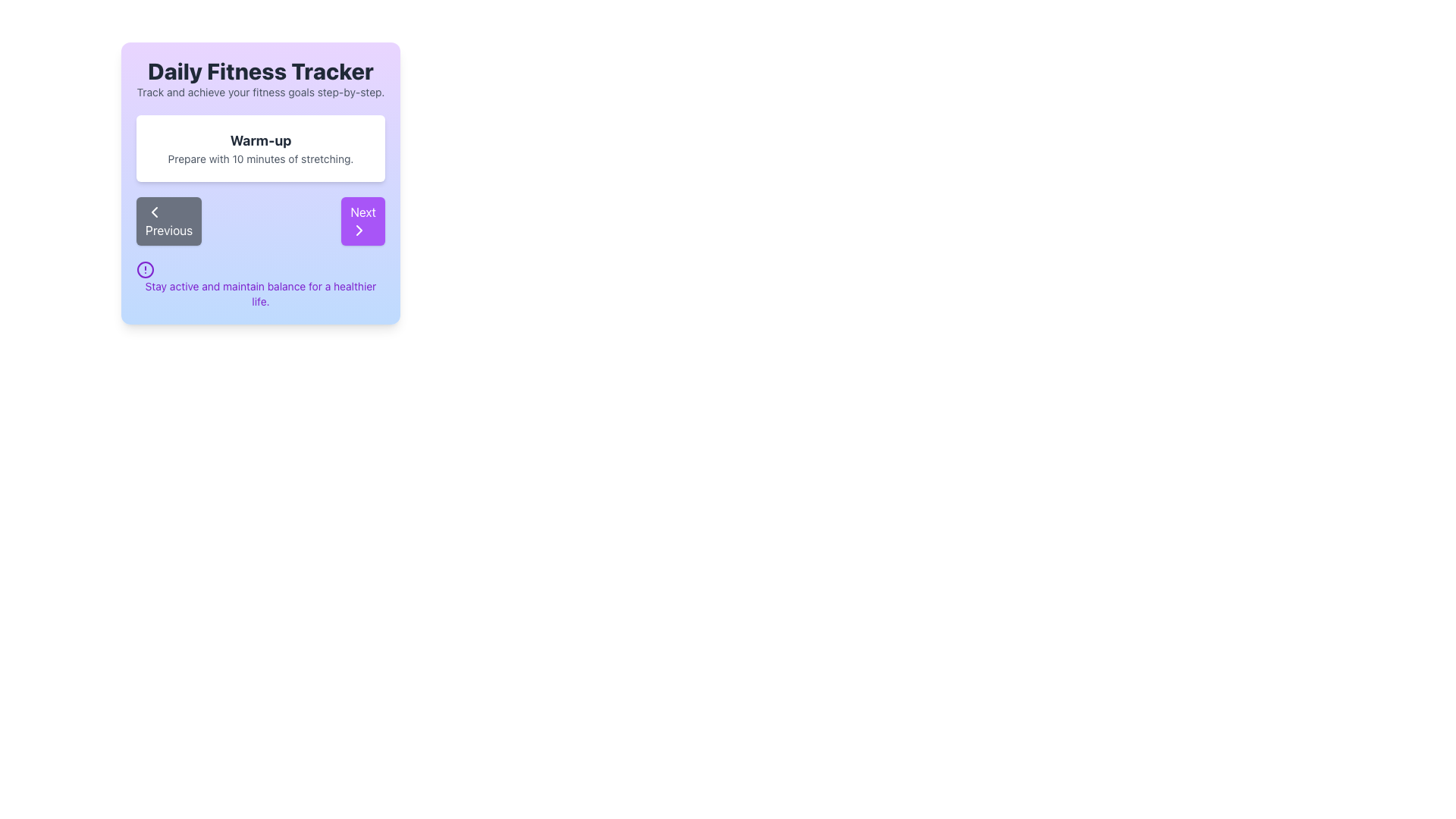 The width and height of the screenshot is (1456, 819). Describe the element at coordinates (261, 221) in the screenshot. I see `the 'Next' button on the Navigation bar` at that location.